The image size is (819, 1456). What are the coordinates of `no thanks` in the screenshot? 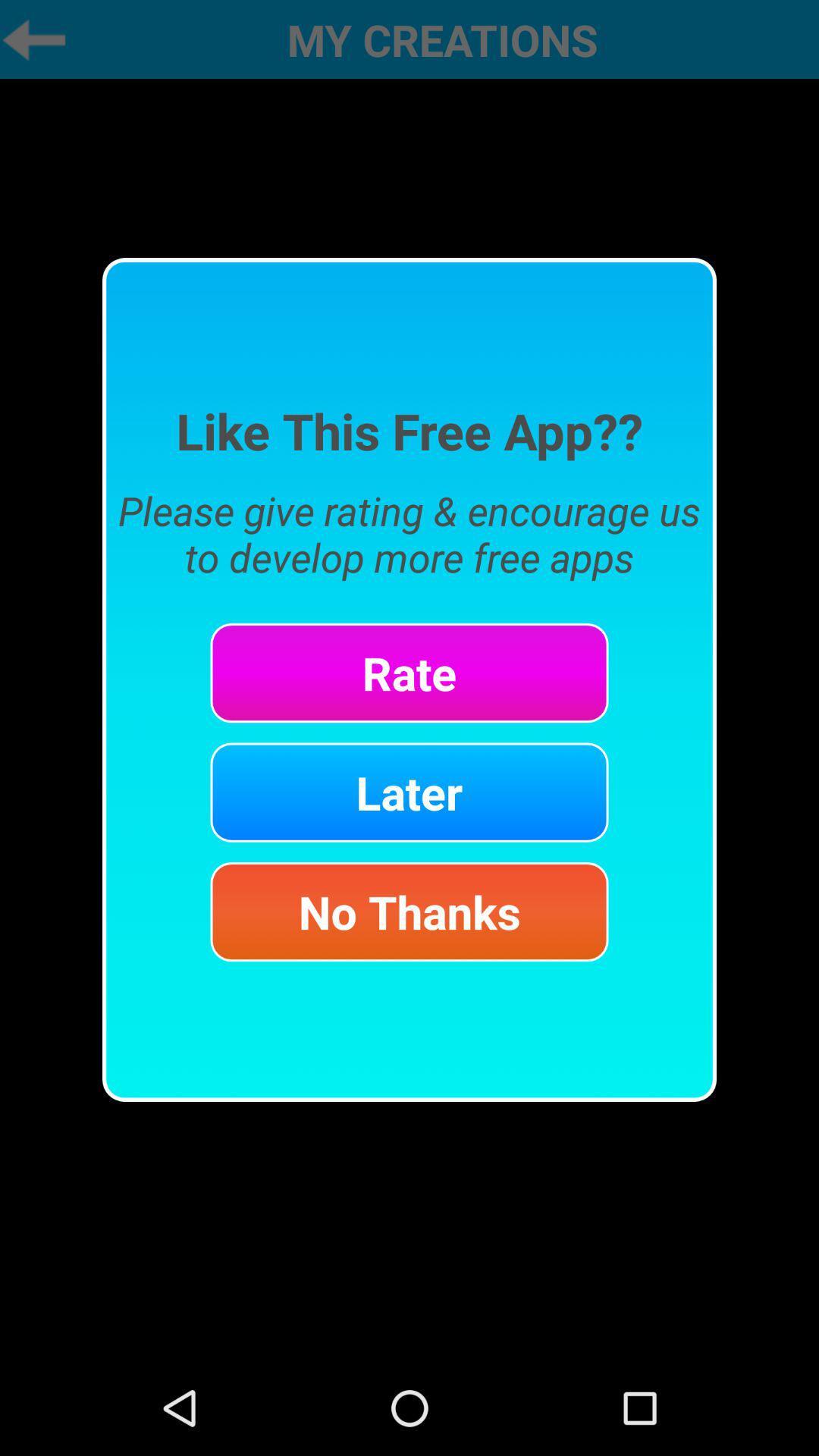 It's located at (409, 911).